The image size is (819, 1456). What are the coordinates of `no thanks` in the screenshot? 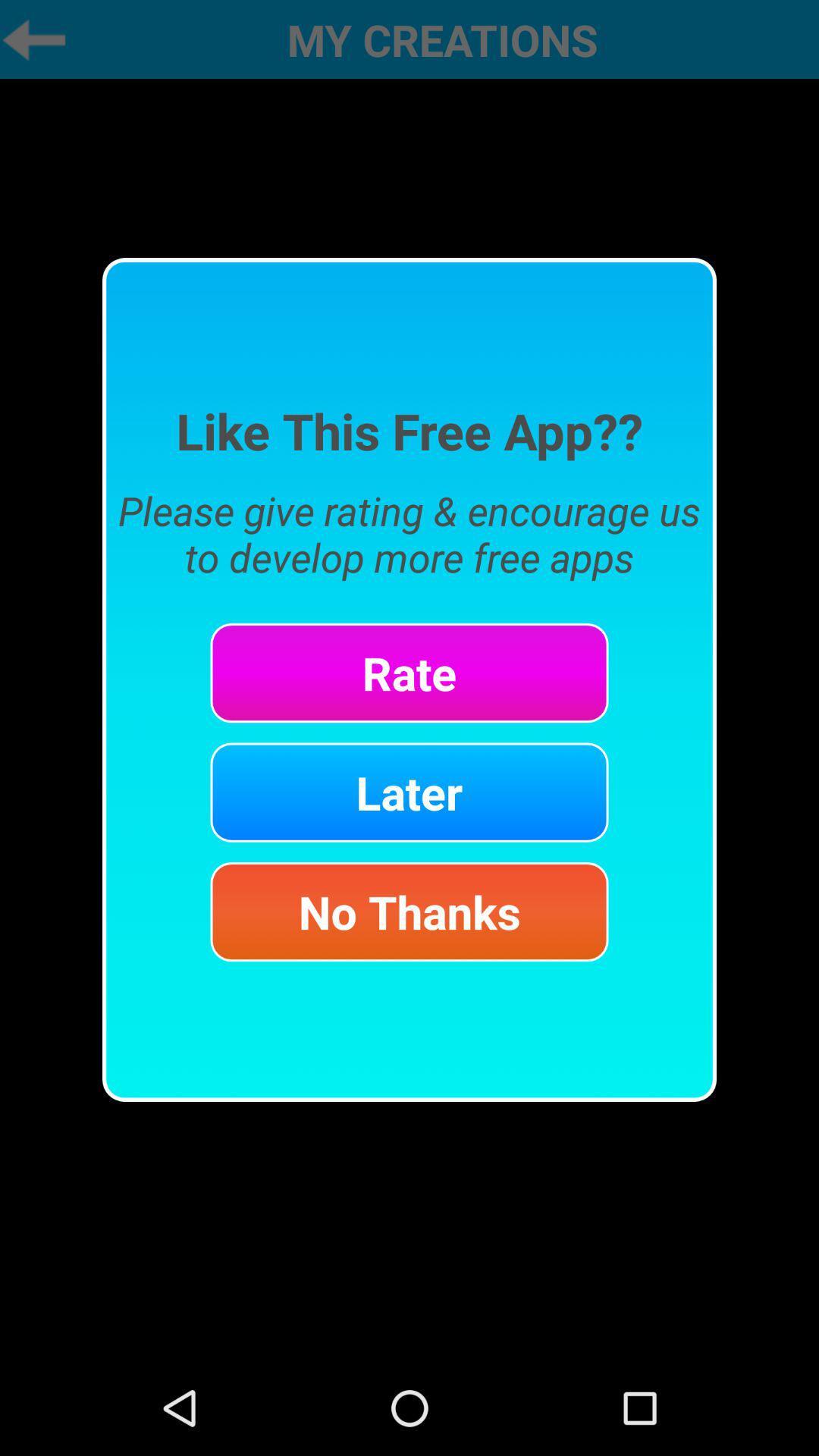 It's located at (409, 911).